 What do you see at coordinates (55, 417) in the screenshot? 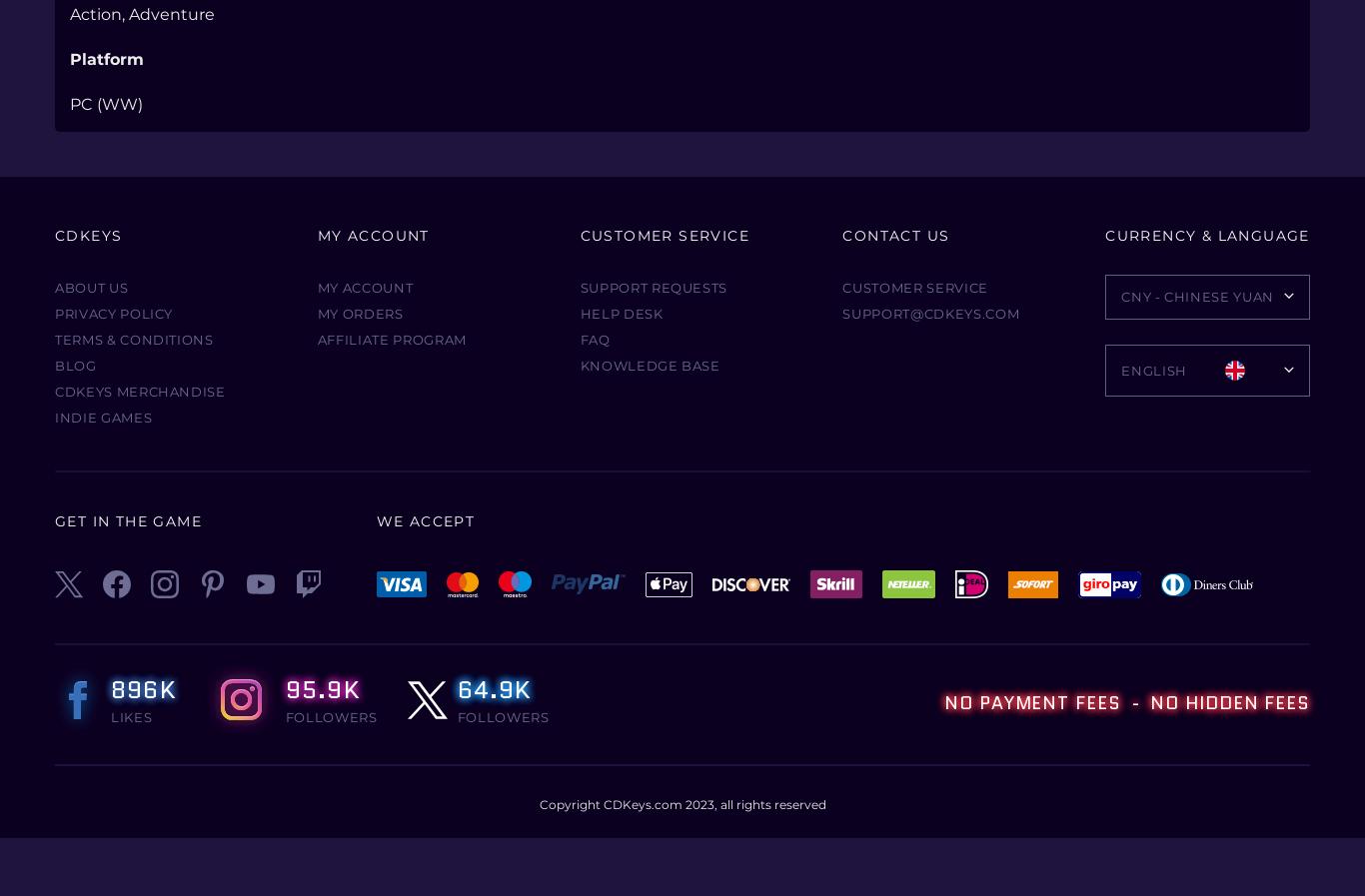
I see `'Indie Games'` at bounding box center [55, 417].